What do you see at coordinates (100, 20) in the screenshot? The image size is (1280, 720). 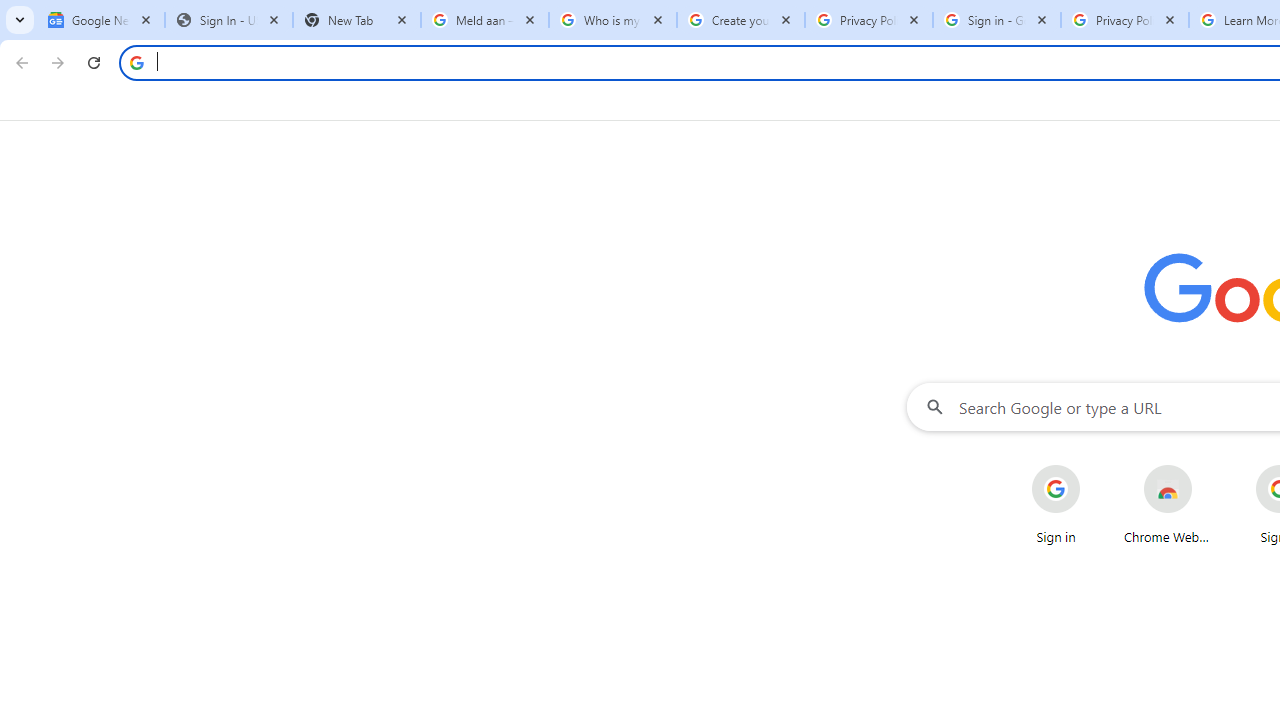 I see `'Google News'` at bounding box center [100, 20].